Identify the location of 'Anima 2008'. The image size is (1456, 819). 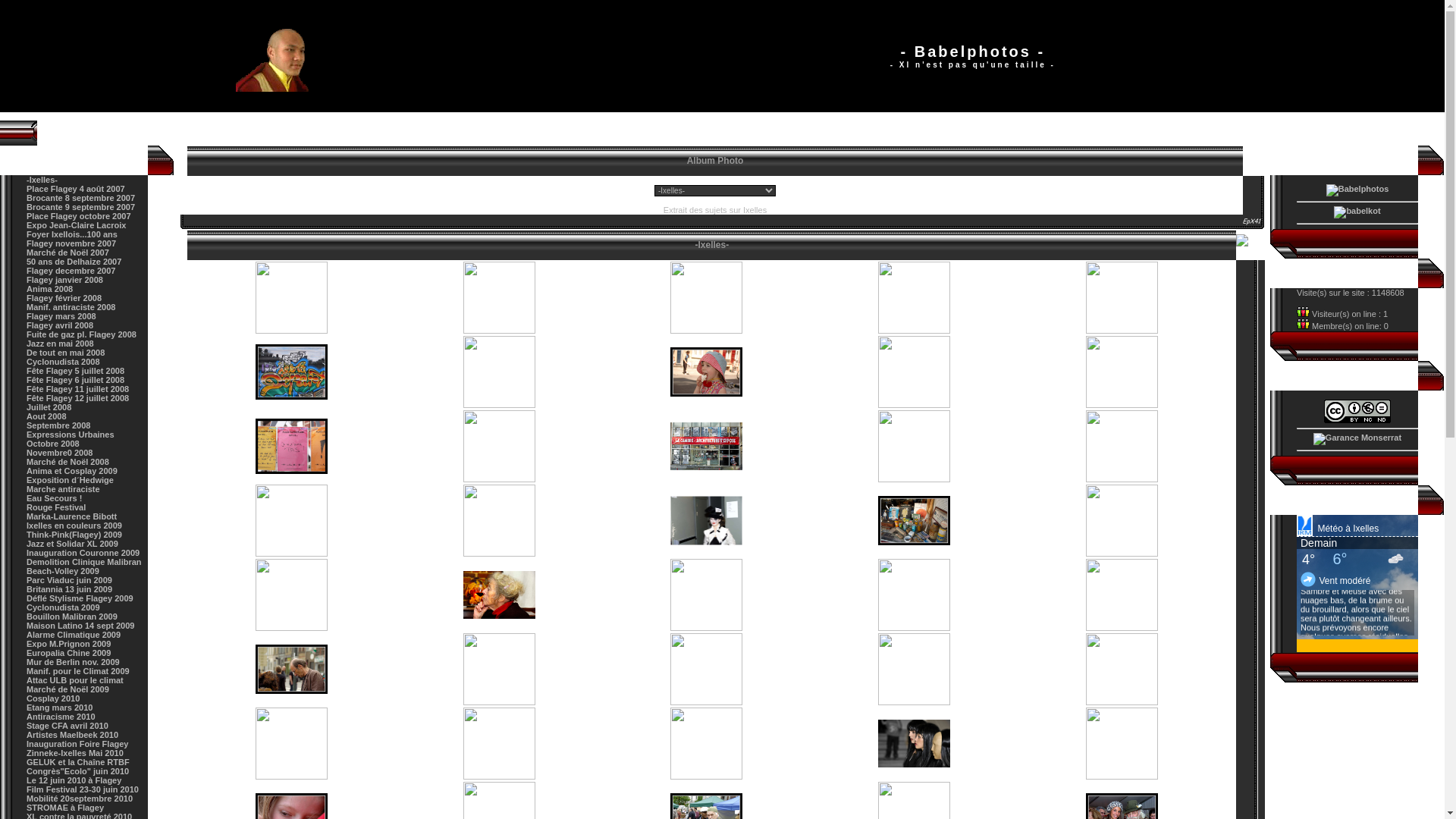
(49, 289).